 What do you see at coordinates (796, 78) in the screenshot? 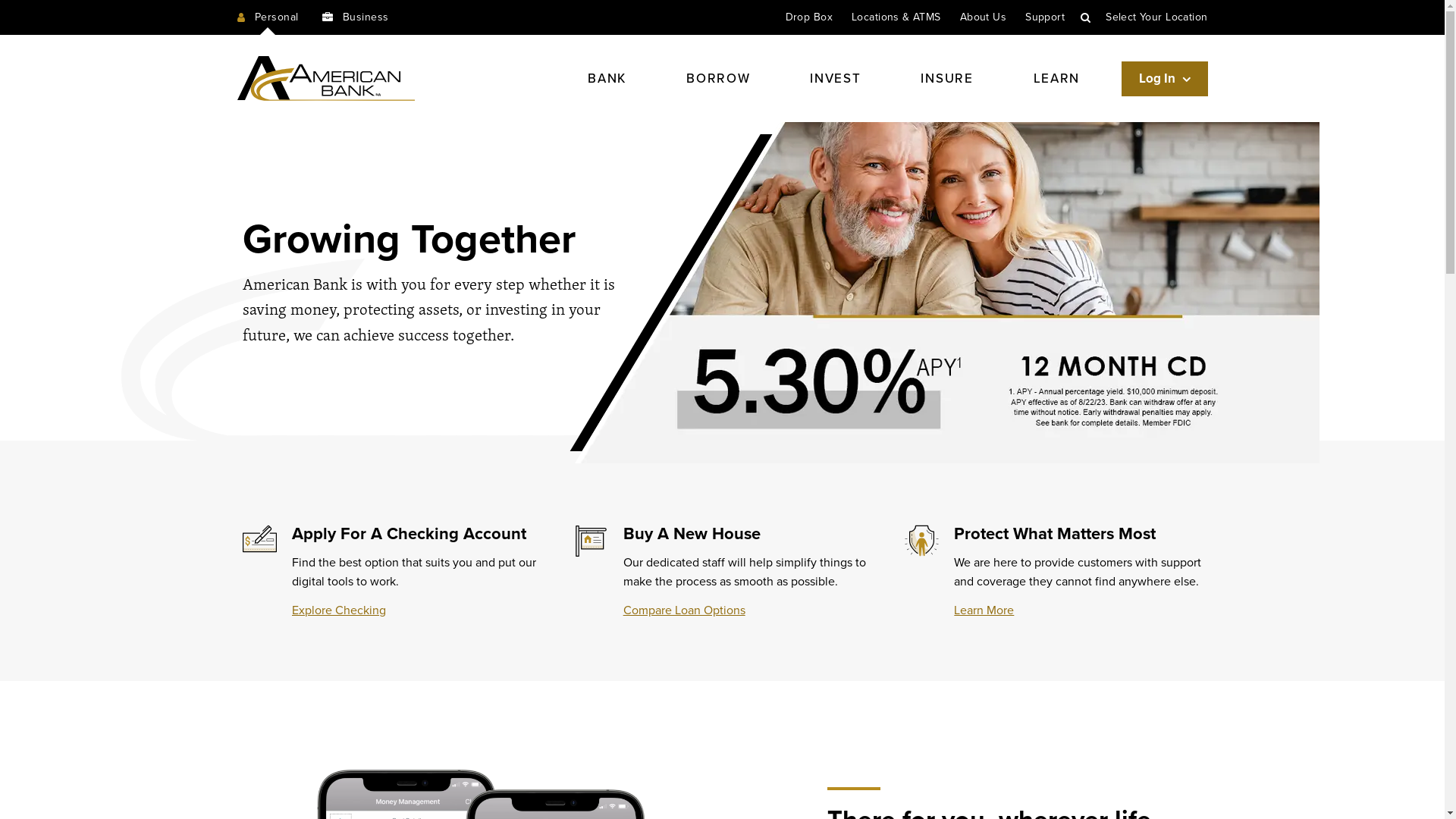
I see `'INVEST'` at bounding box center [796, 78].